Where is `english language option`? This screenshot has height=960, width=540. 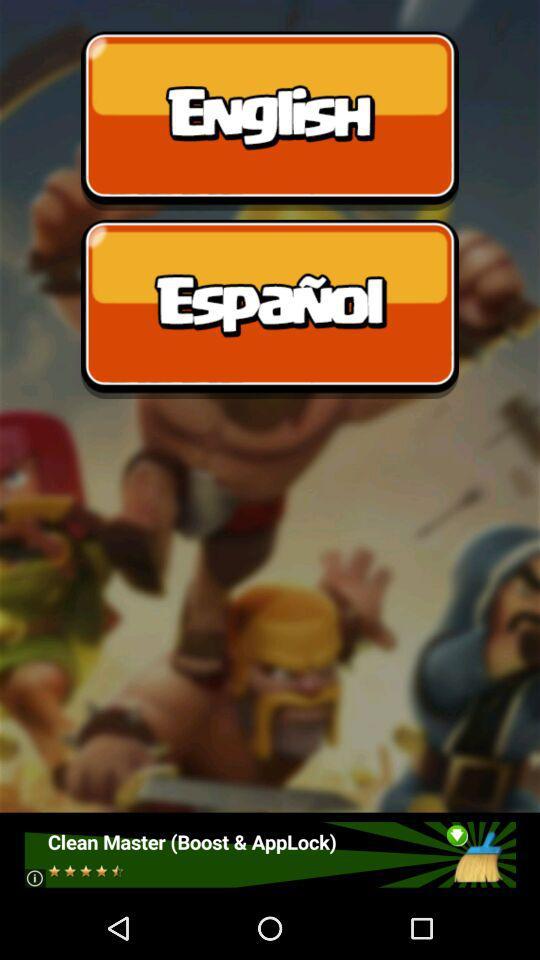
english language option is located at coordinates (270, 120).